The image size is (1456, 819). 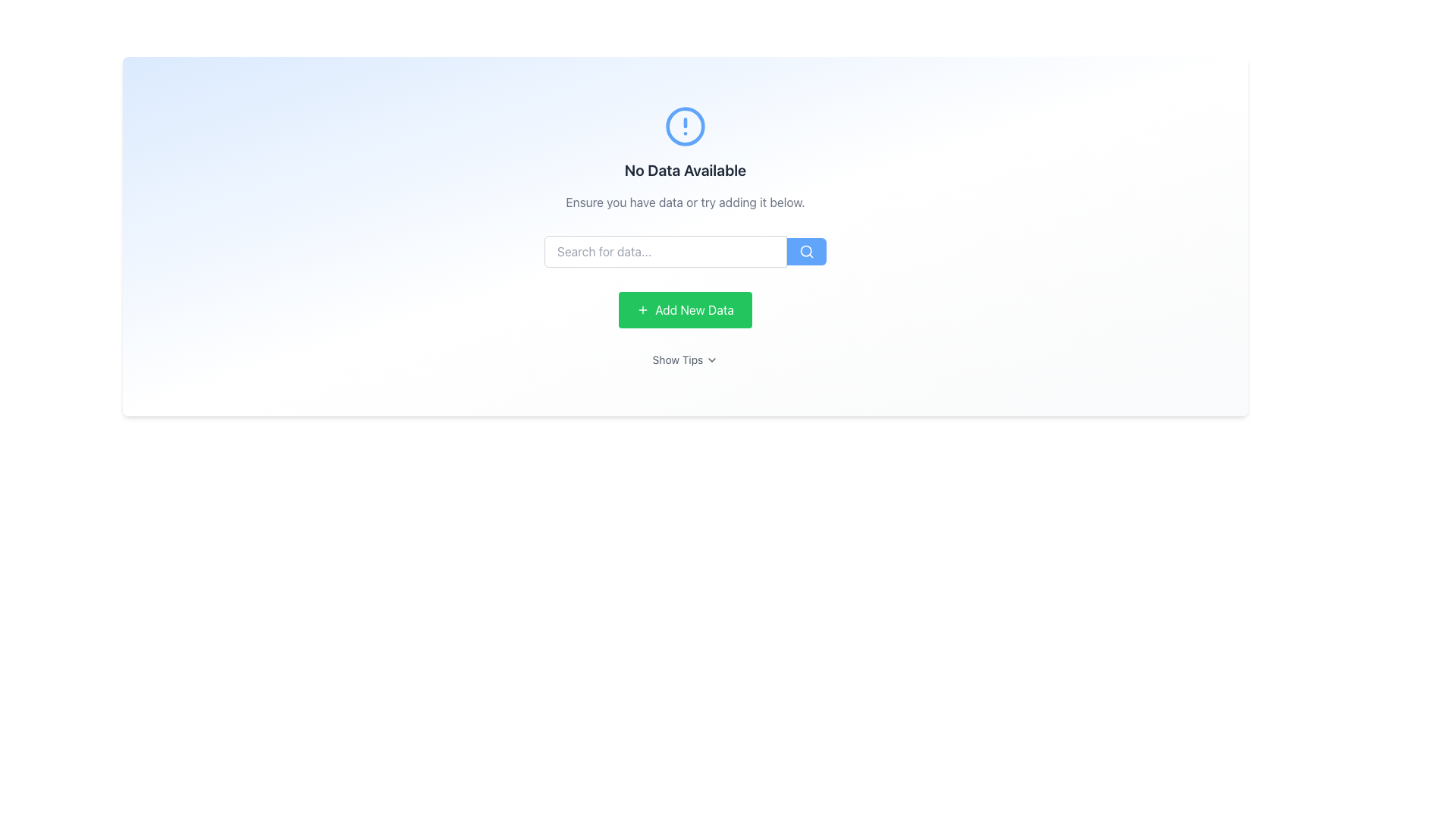 I want to click on text label displaying 'Ensure you have data or try adding it below.' for accessibility compliance, which is positioned below the 'No Data Available' headline, so click(x=684, y=201).